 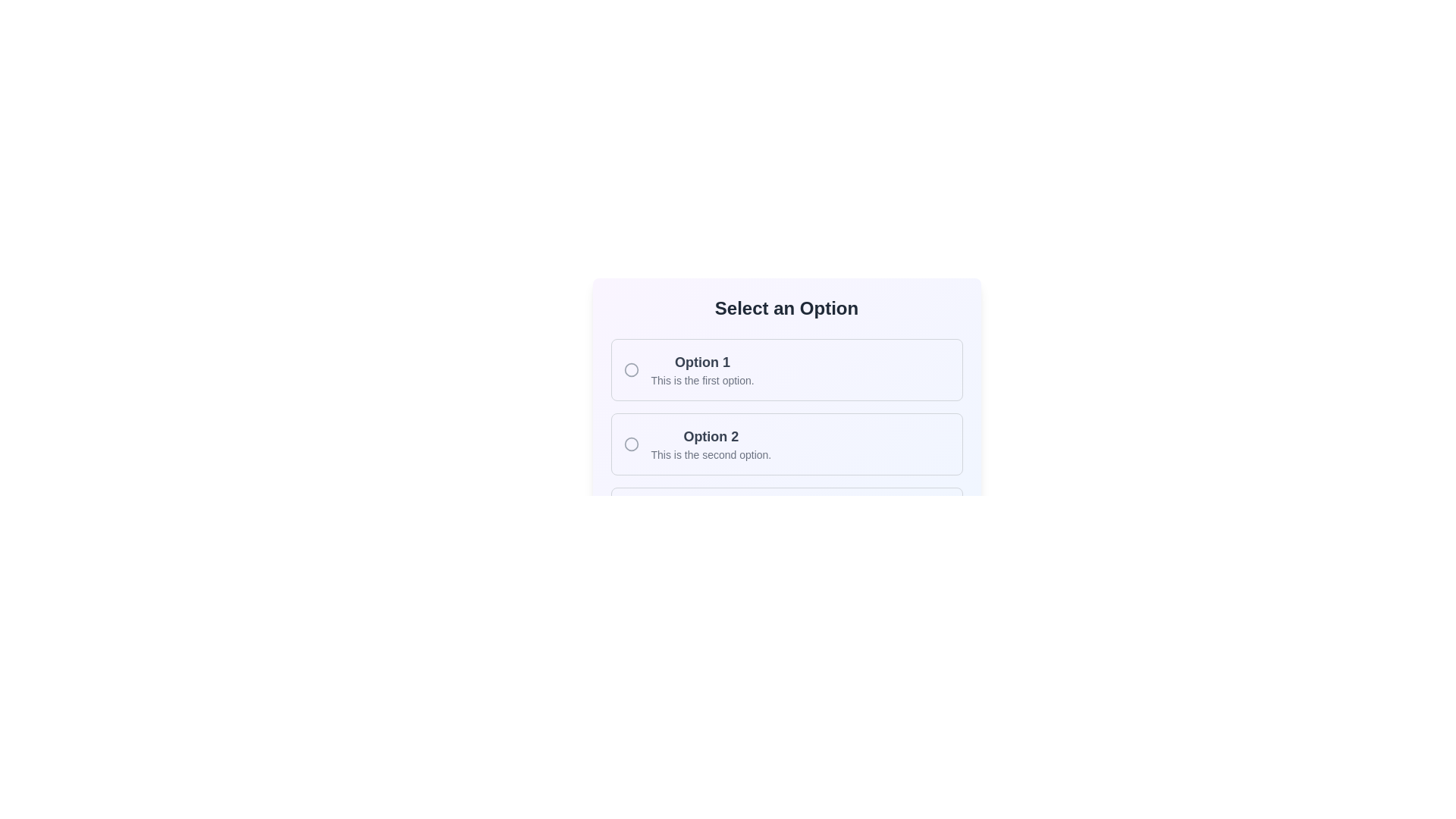 I want to click on the static text element that provides a description related to 'Option 2', located directly below the bolded 'Option 2' text, so click(x=710, y=454).